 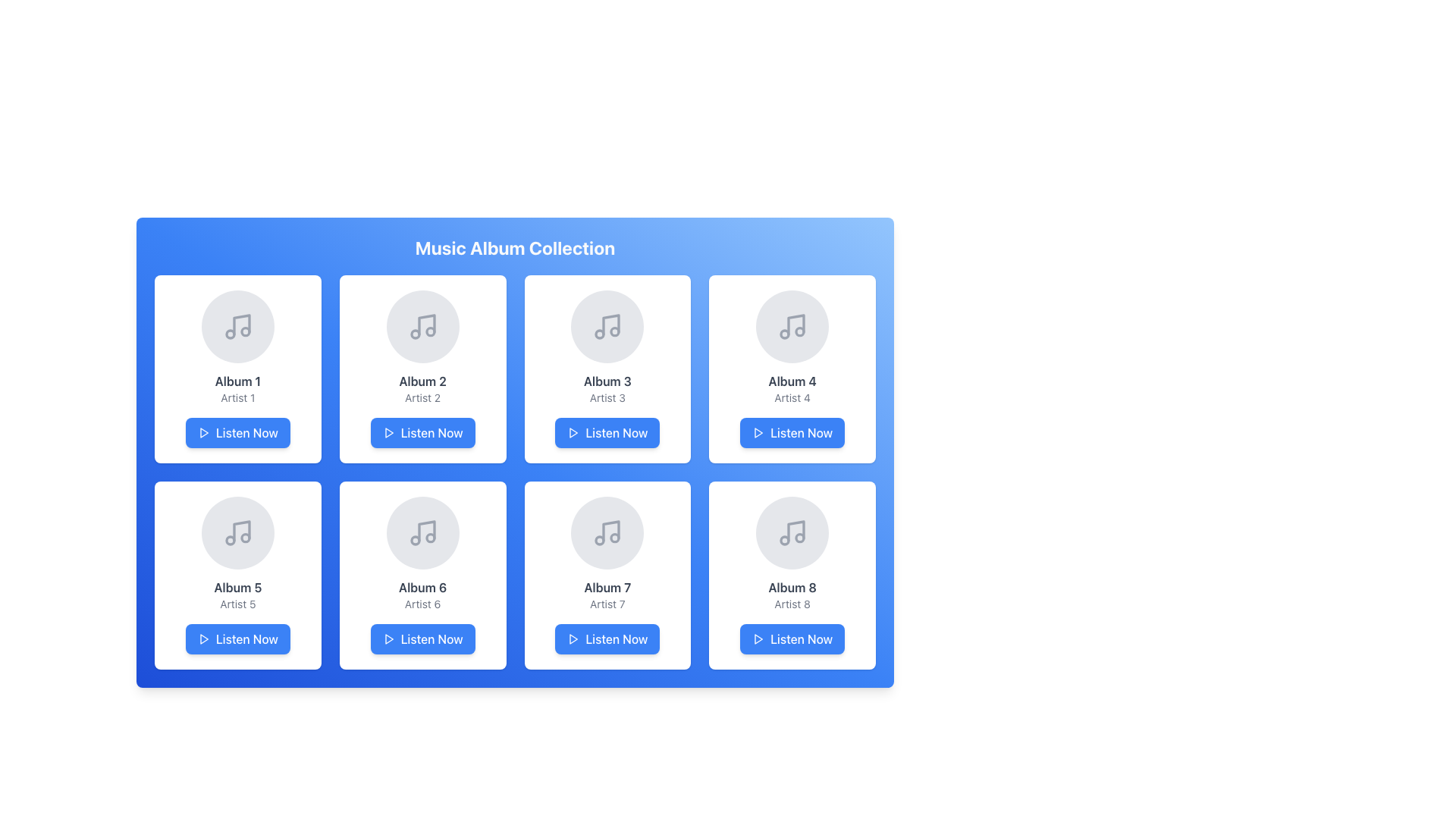 I want to click on the circular icon with a light gray background featuring a musical note, located in the top-left corner of the album grid, so click(x=237, y=326).